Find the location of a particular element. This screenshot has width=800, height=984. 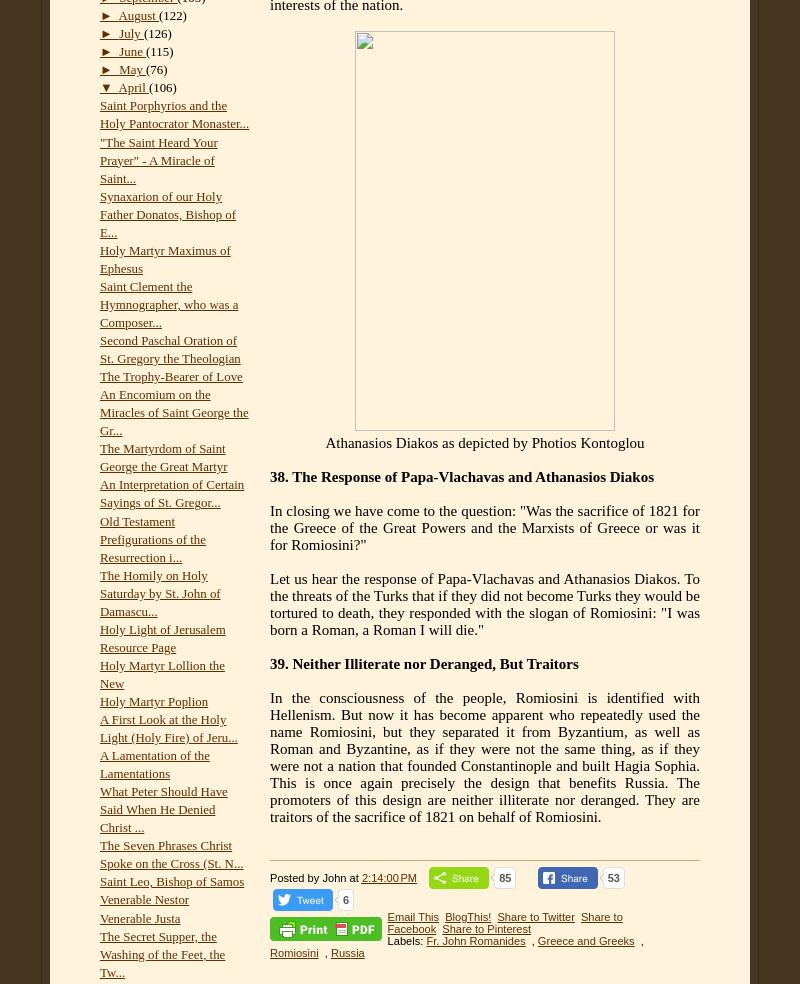

'38. The Response of Papa-Vlachavas and Athanasios Diakos' is located at coordinates (460, 477).